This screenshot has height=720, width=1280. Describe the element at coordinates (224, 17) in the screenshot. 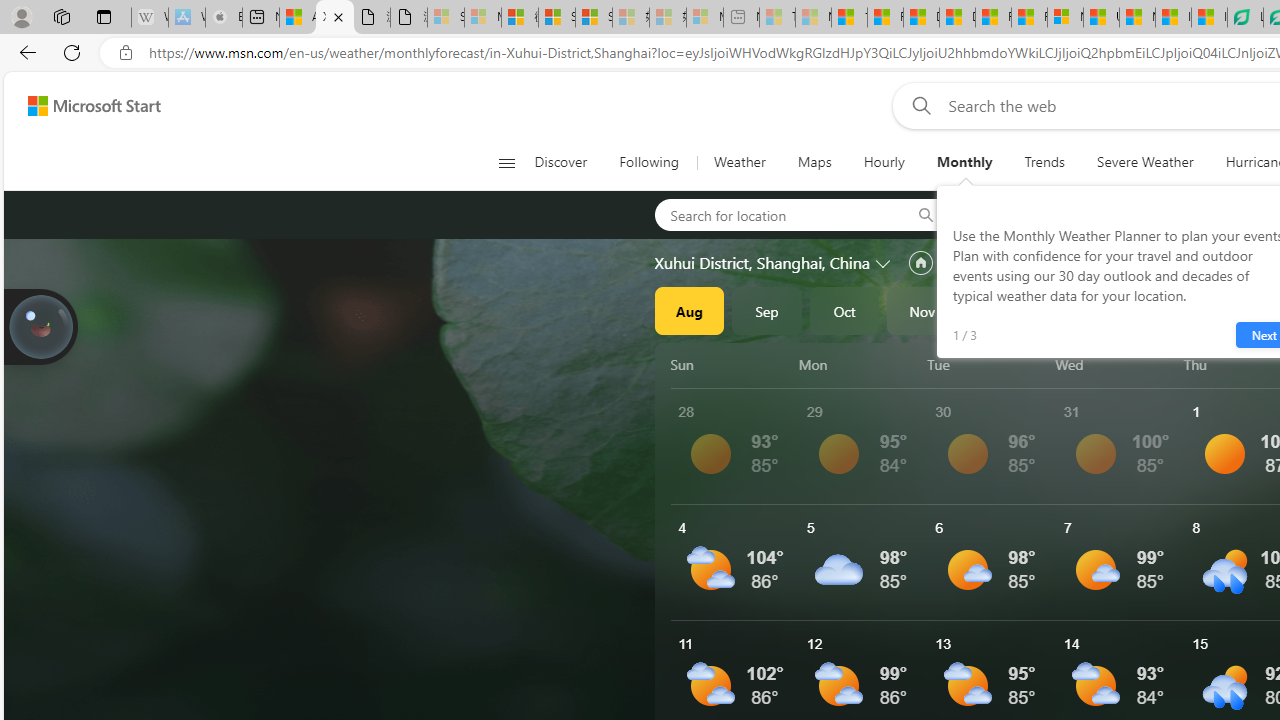

I see `'Buy iPad - Apple - Sleeping'` at that location.